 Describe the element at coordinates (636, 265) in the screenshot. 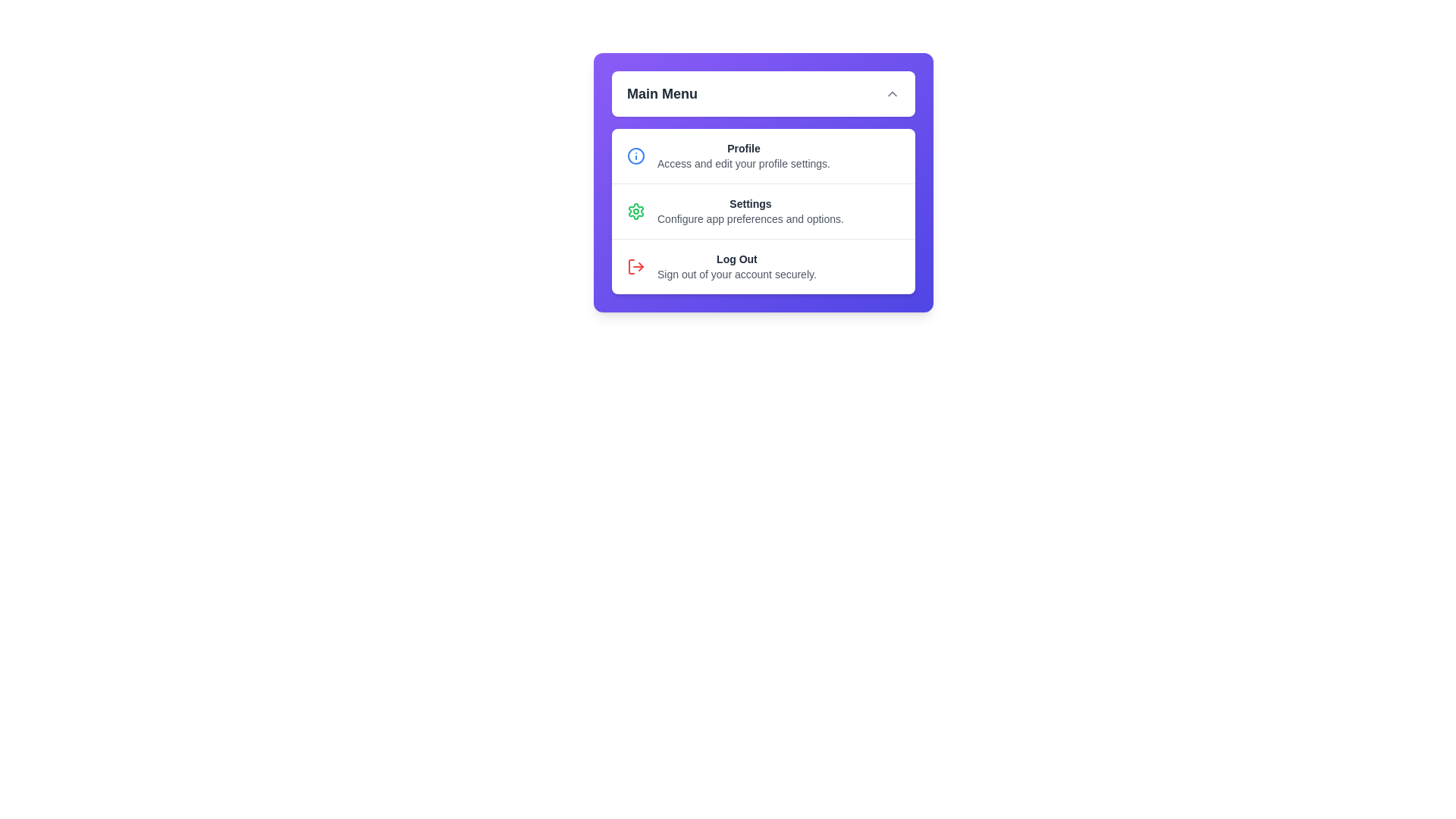

I see `the icon next to the Log Out menu item` at that location.